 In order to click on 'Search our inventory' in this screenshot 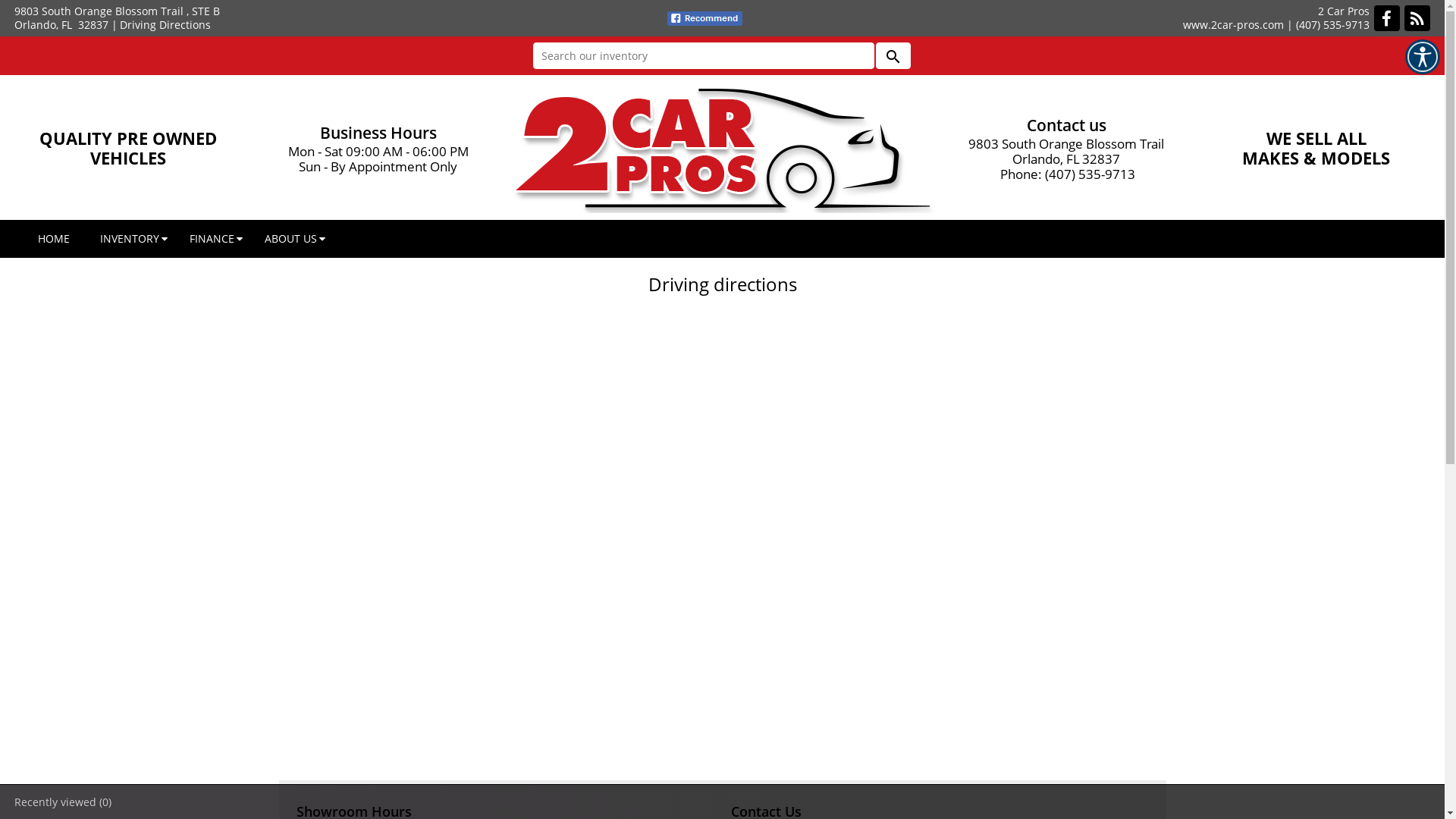, I will do `click(701, 55)`.